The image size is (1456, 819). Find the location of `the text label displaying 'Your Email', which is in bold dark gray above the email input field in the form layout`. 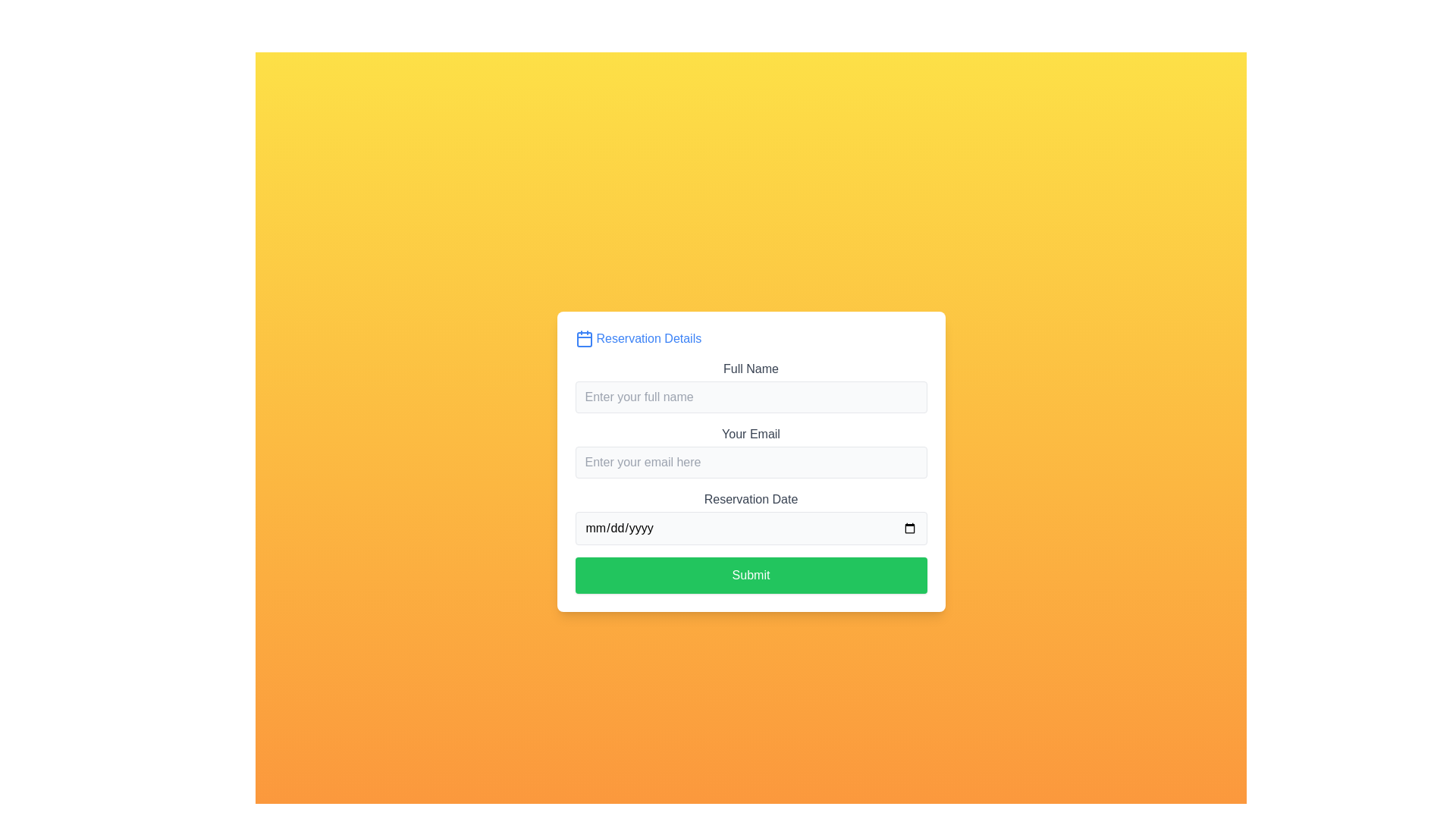

the text label displaying 'Your Email', which is in bold dark gray above the email input field in the form layout is located at coordinates (751, 435).